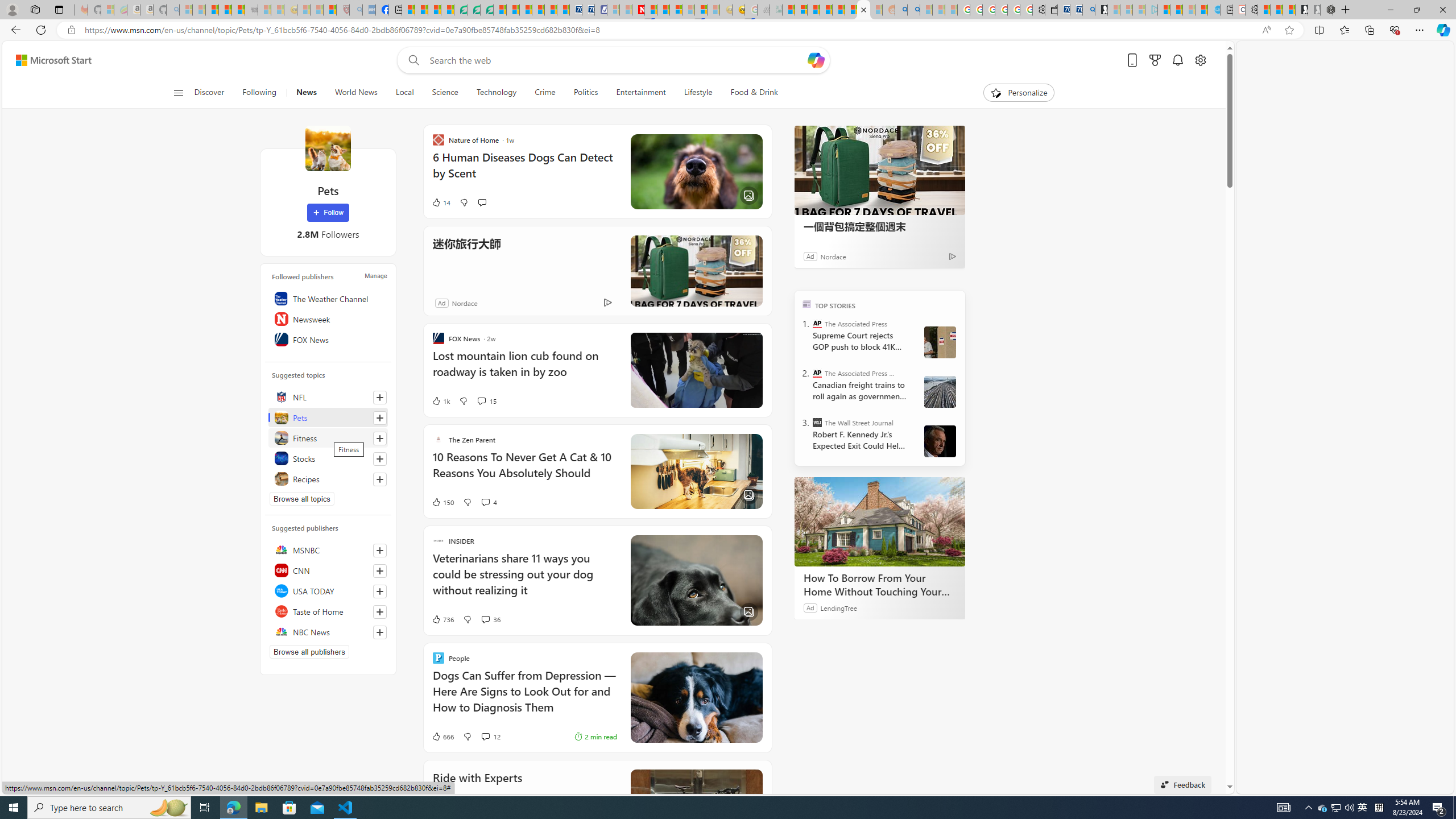 Image resolution: width=1456 pixels, height=819 pixels. What do you see at coordinates (816, 59) in the screenshot?
I see `'Open Copilot'` at bounding box center [816, 59].